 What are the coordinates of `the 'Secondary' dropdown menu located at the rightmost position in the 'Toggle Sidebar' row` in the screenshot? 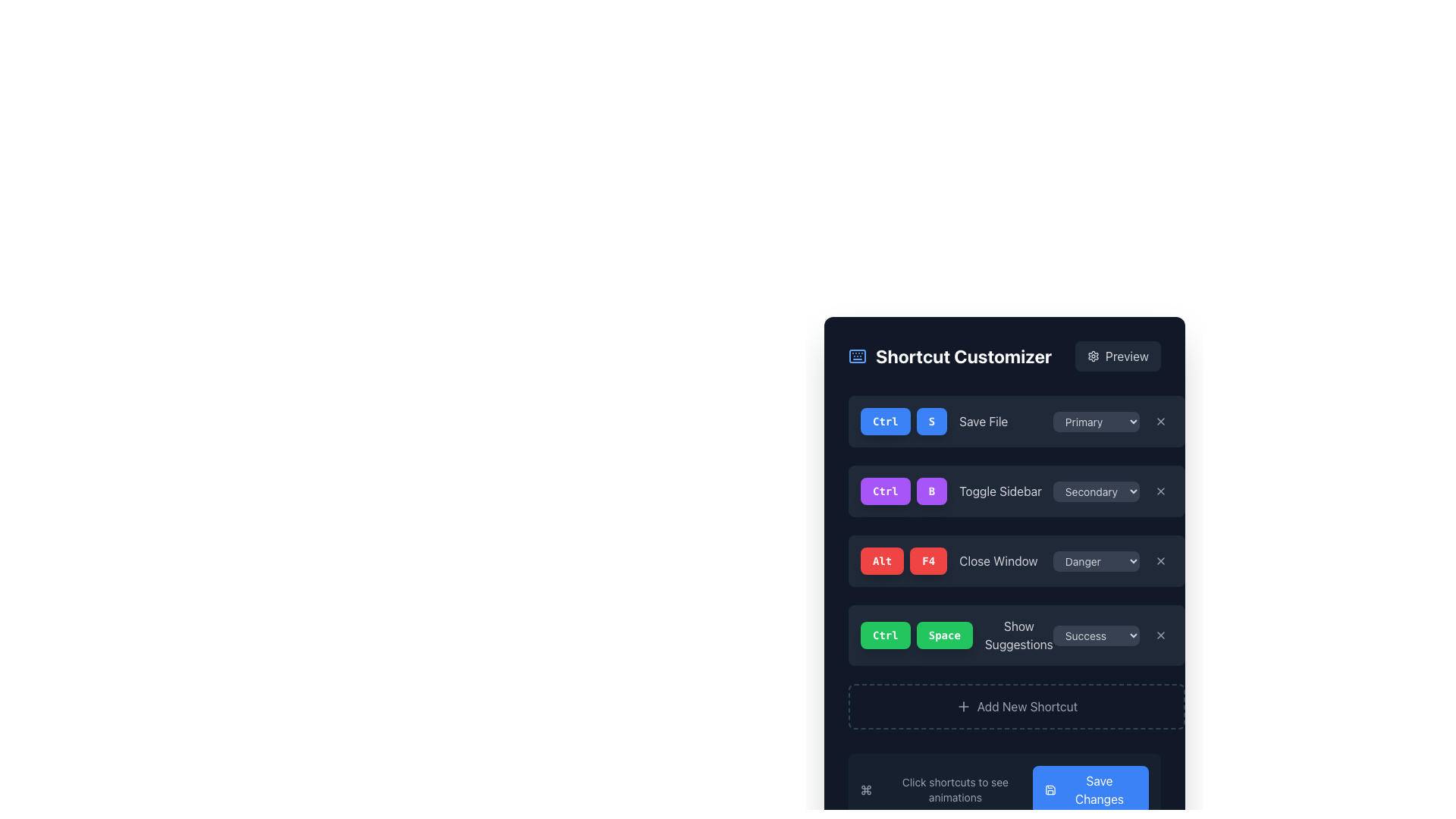 It's located at (1112, 491).